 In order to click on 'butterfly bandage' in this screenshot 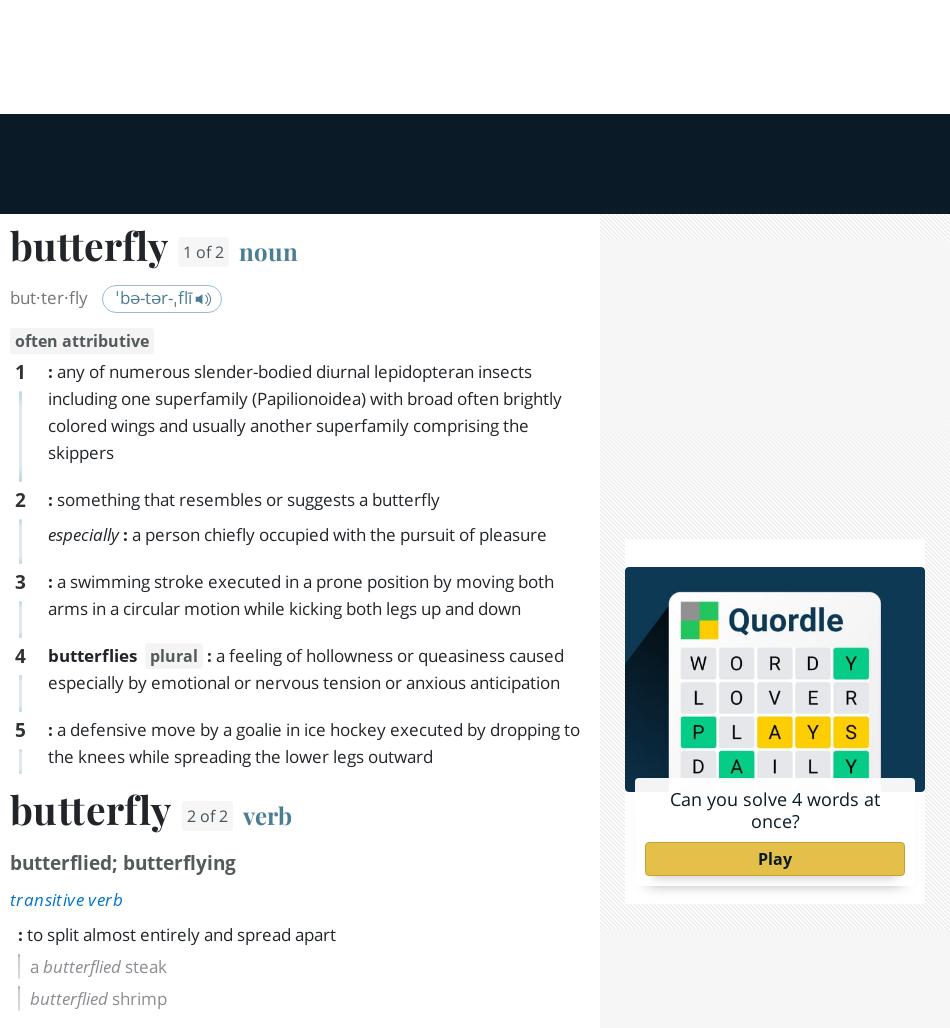, I will do `click(154, 237)`.